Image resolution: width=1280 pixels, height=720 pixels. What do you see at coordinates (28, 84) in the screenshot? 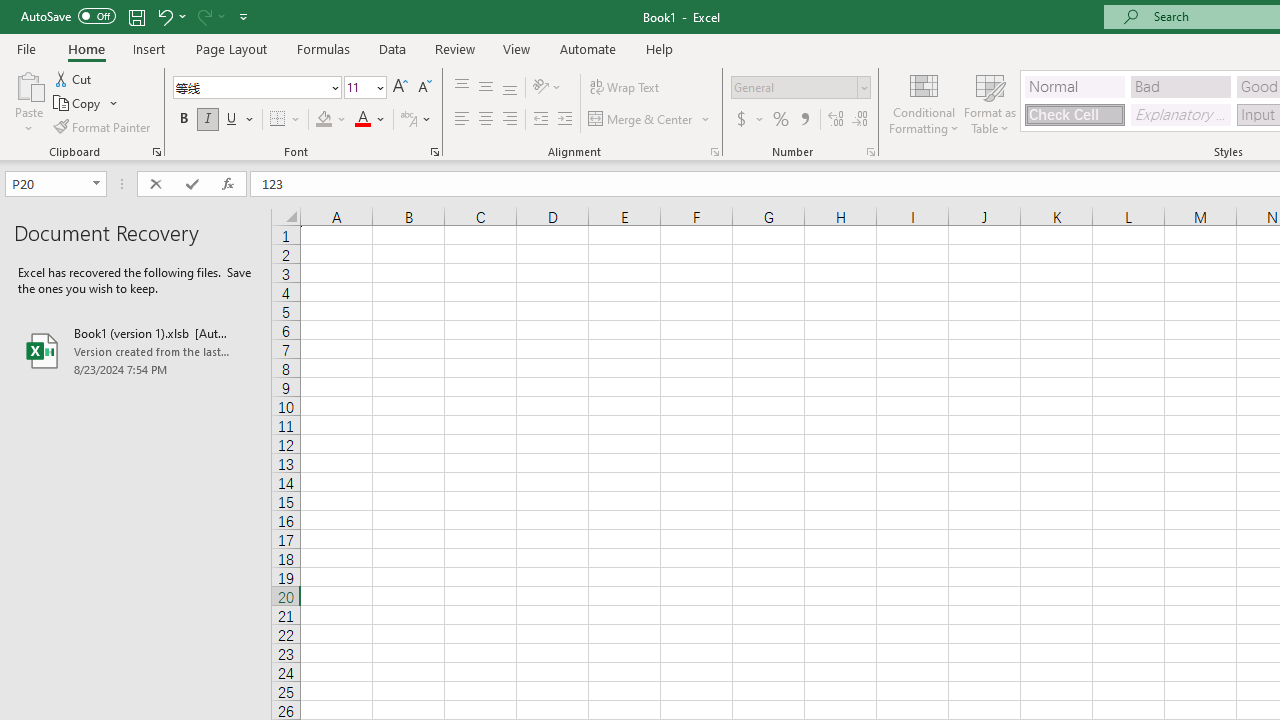
I see `'Paste'` at bounding box center [28, 84].